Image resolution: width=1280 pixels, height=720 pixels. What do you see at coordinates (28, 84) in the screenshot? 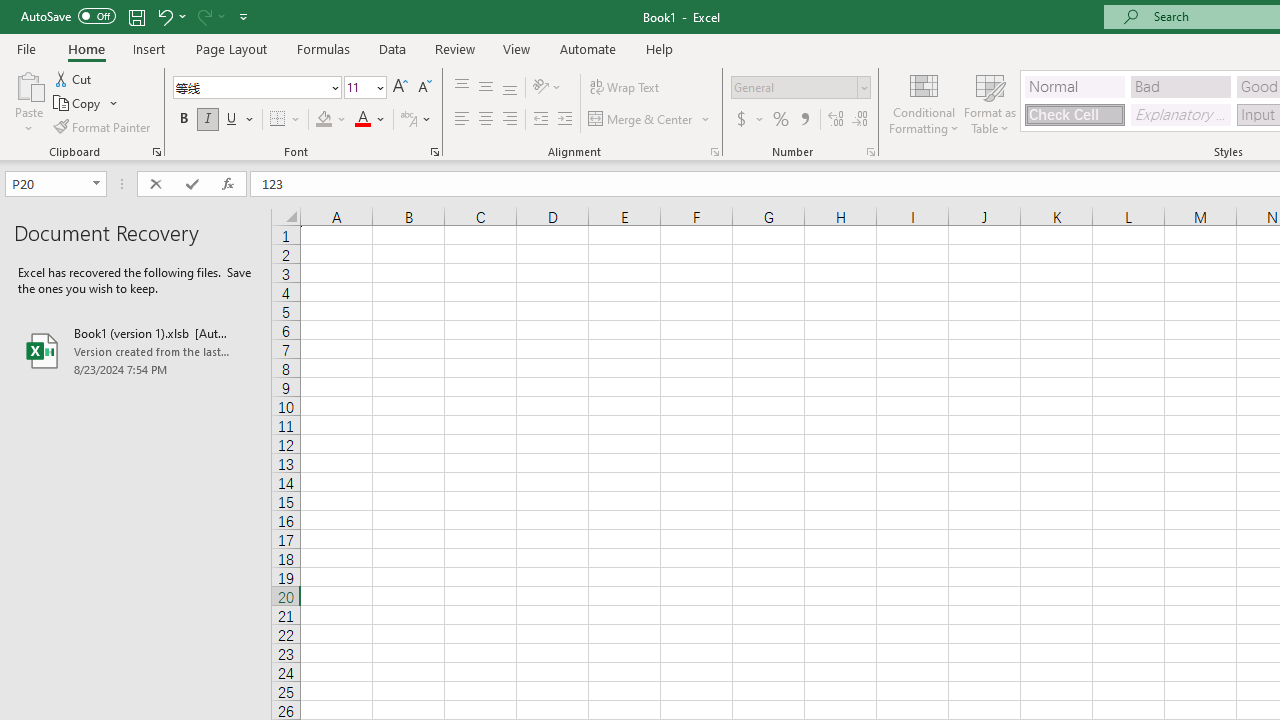
I see `'Paste'` at bounding box center [28, 84].